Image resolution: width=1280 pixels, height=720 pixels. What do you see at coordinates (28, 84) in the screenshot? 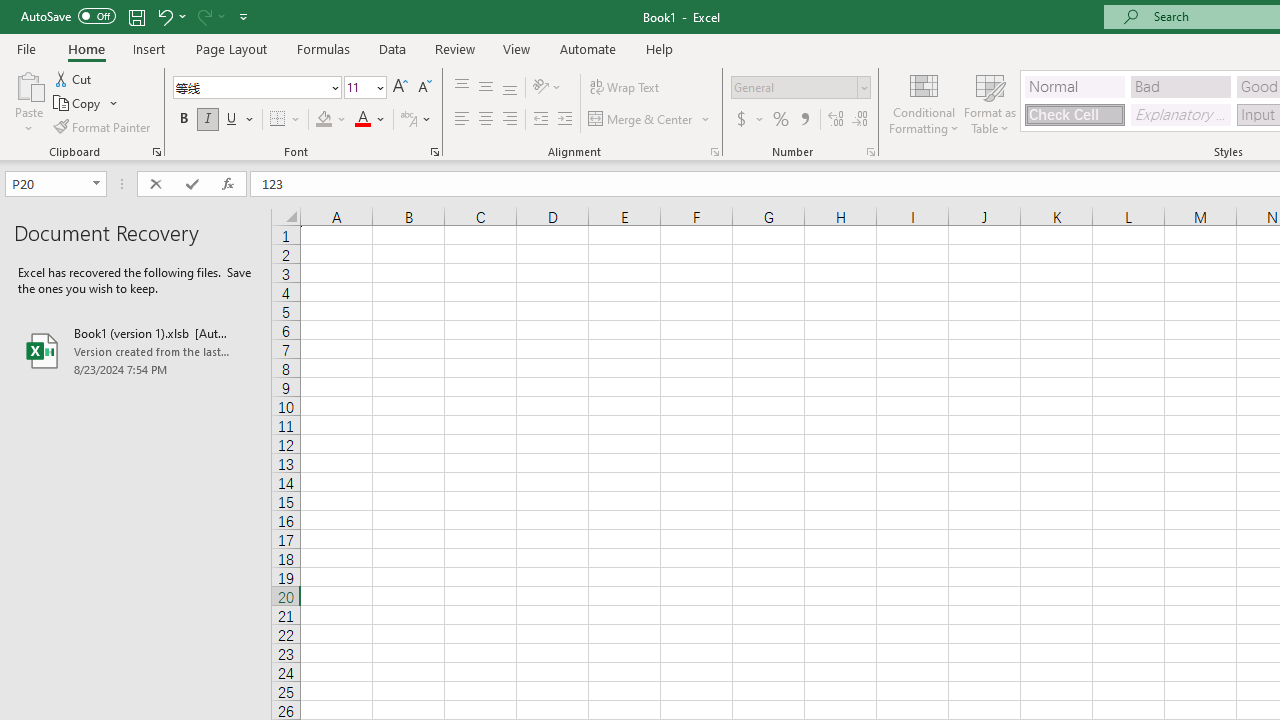
I see `'Paste'` at bounding box center [28, 84].